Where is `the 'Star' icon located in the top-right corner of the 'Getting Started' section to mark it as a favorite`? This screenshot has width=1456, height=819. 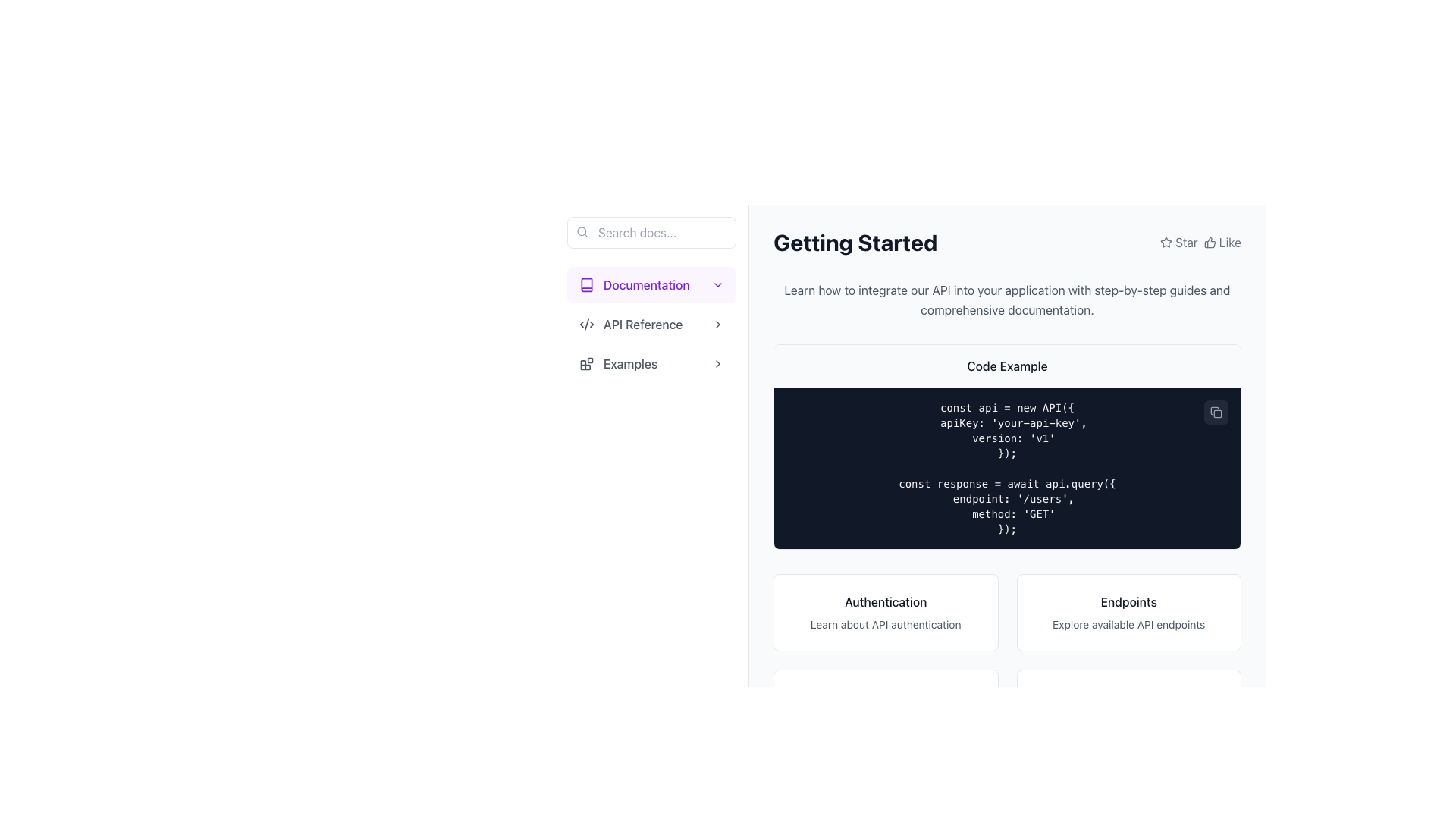 the 'Star' icon located in the top-right corner of the 'Getting Started' section to mark it as a favorite is located at coordinates (1200, 242).